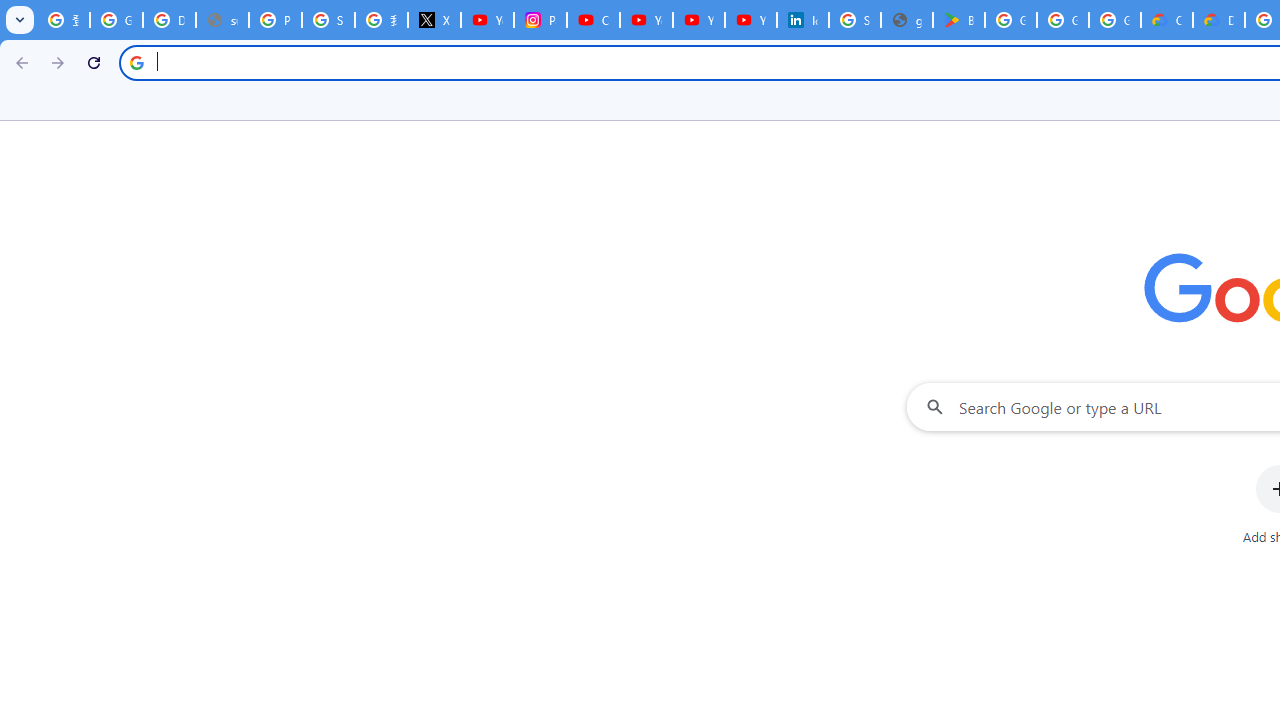  Describe the element at coordinates (222, 20) in the screenshot. I see `'support.google.com - Network error'` at that location.